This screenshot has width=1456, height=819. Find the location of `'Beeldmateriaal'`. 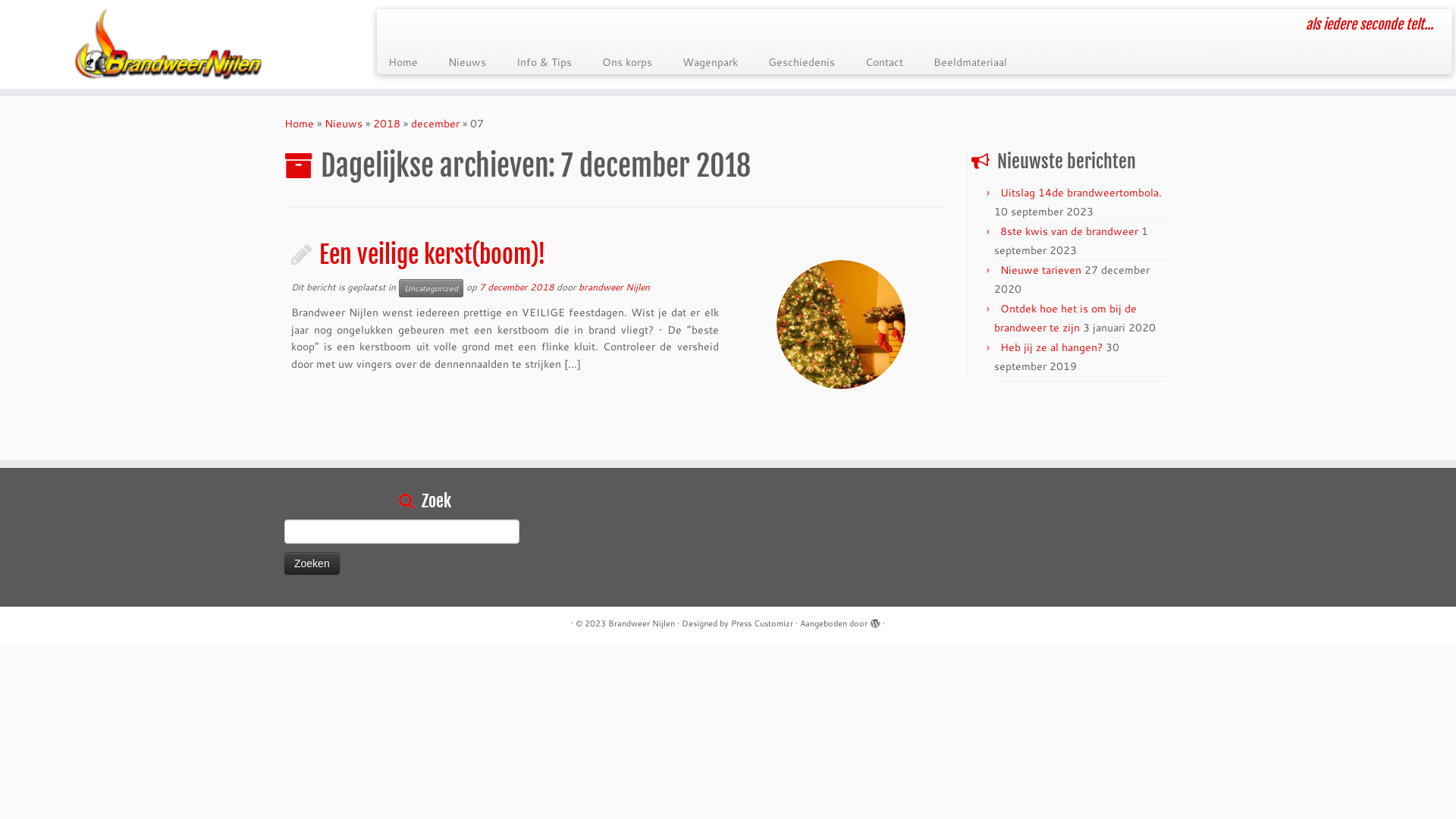

'Beeldmateriaal' is located at coordinates (962, 61).